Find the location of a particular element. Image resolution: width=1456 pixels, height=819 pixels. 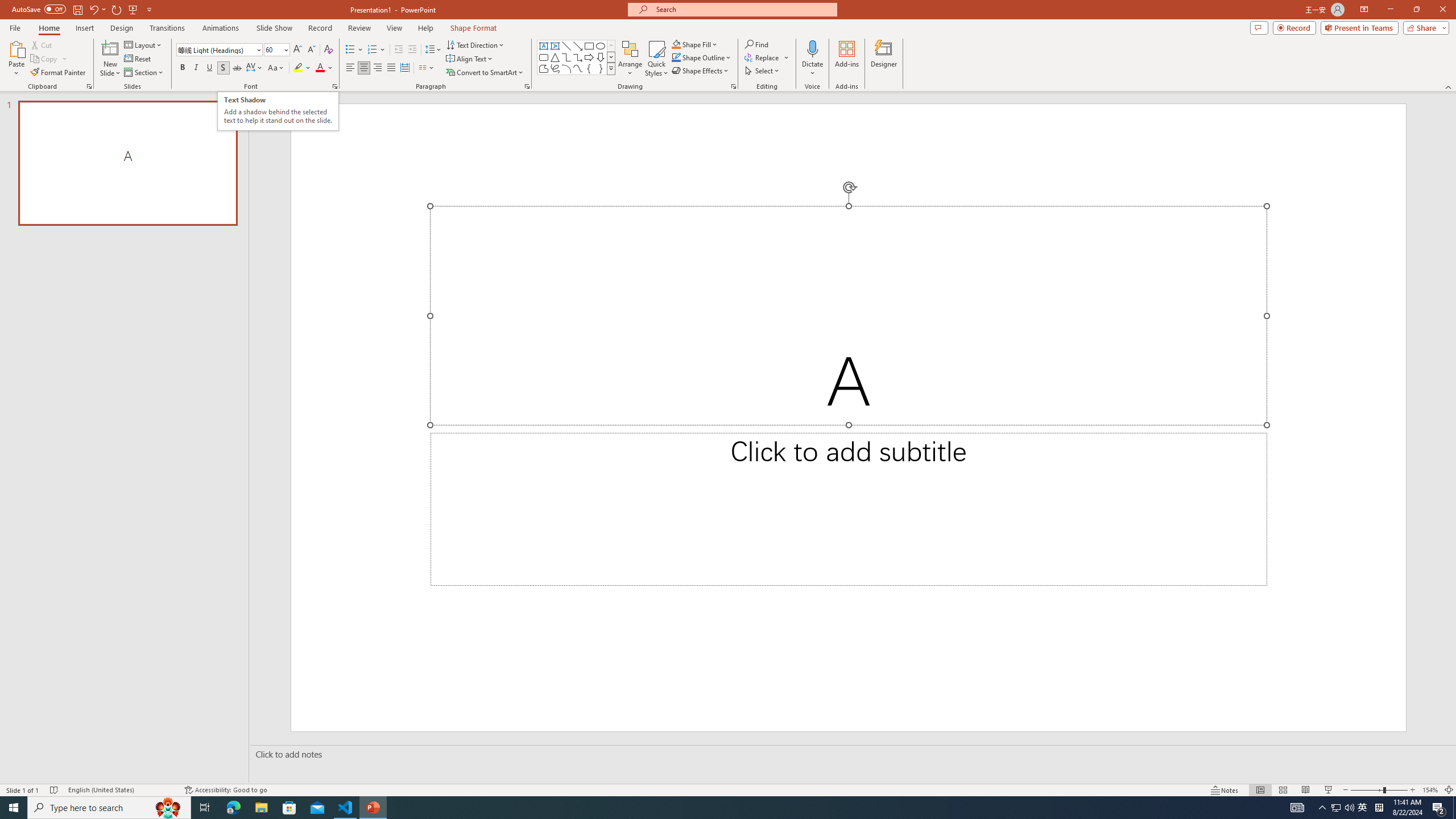

'Zoom 154%' is located at coordinates (1430, 790).